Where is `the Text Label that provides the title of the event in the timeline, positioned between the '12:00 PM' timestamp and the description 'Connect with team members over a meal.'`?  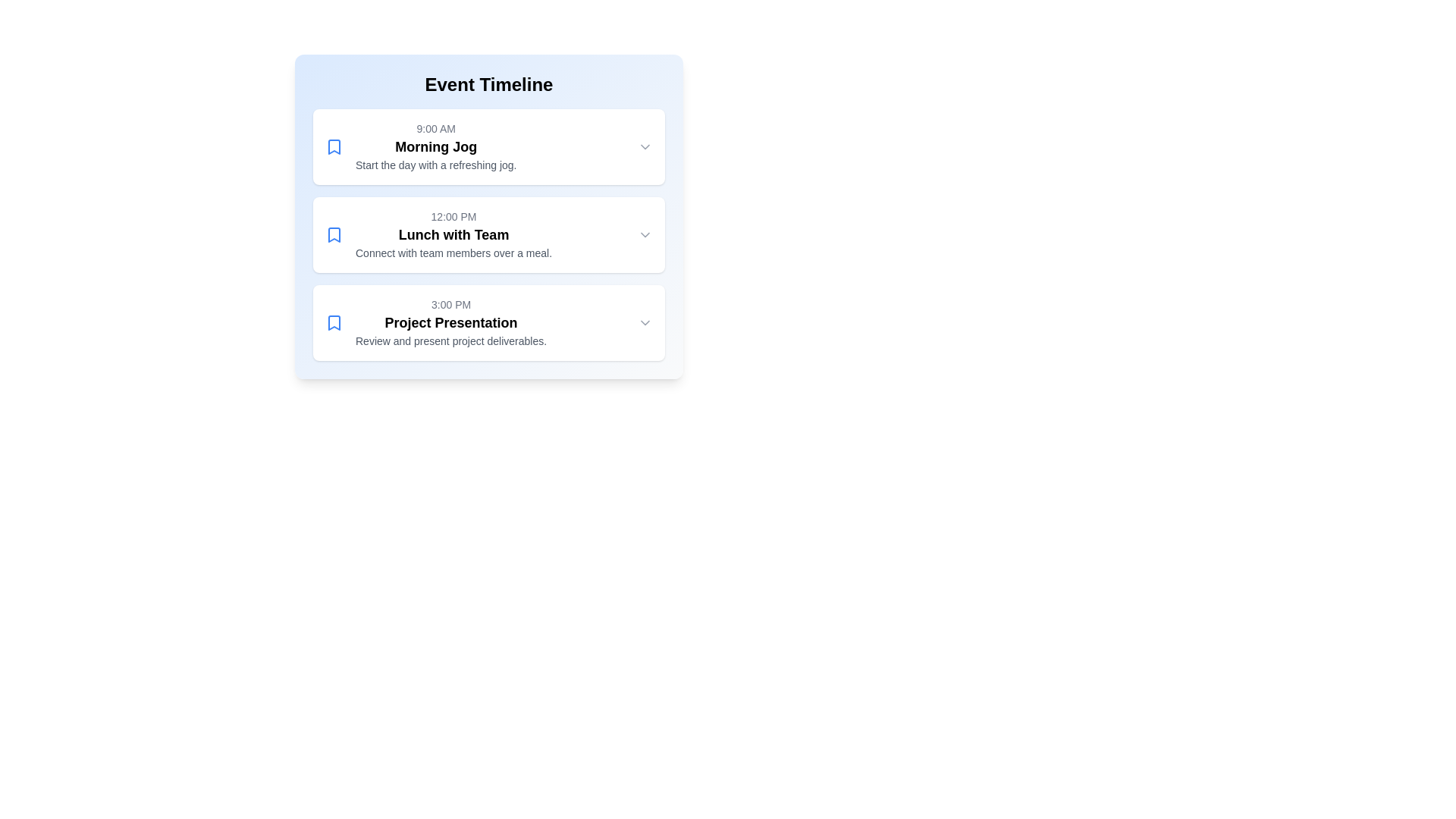
the Text Label that provides the title of the event in the timeline, positioned between the '12:00 PM' timestamp and the description 'Connect with team members over a meal.' is located at coordinates (453, 234).